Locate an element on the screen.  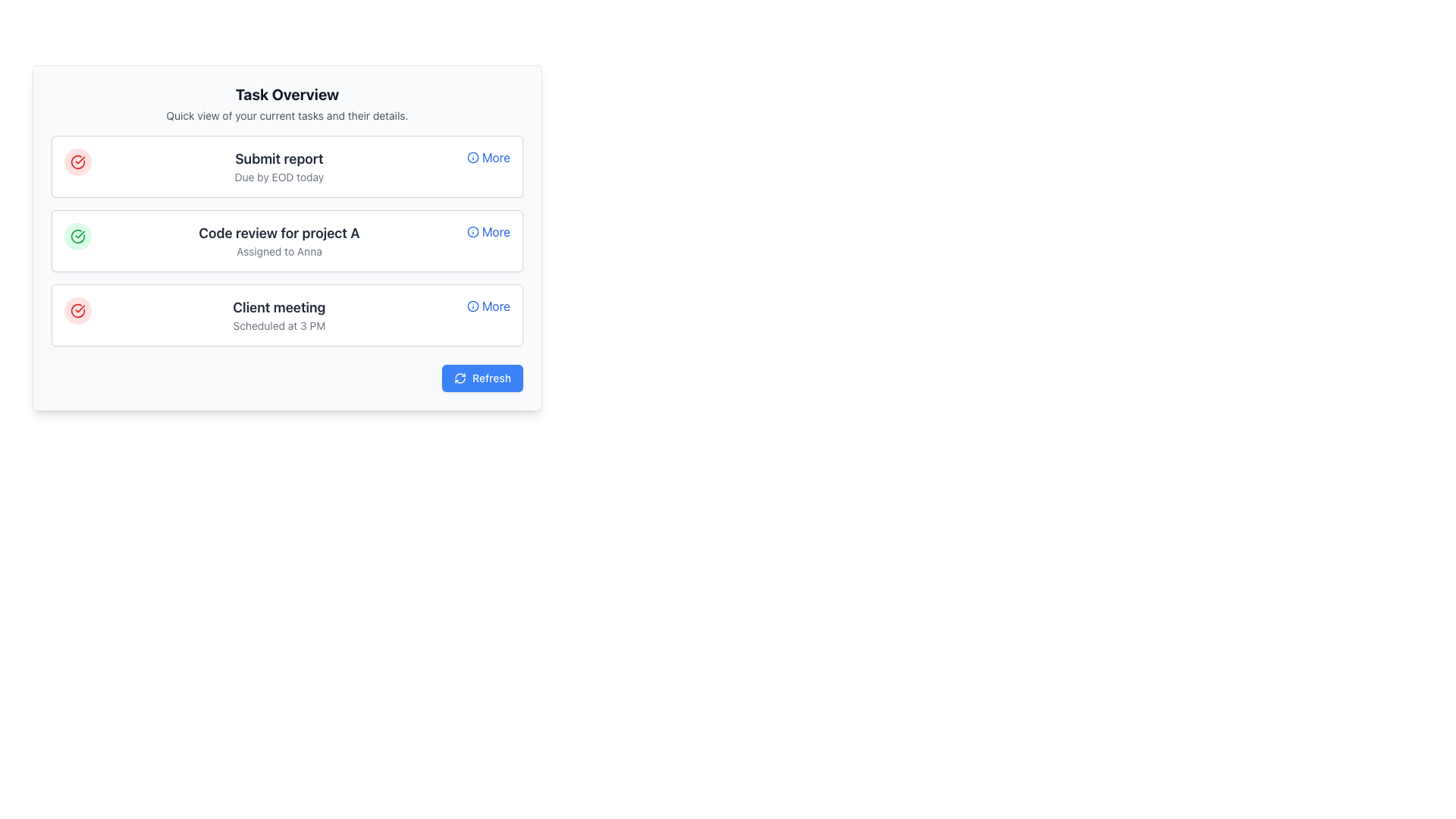
the static text element that displays the task title 'Code review for project A' located in the second card-like section below the heading 'Task Overview' is located at coordinates (279, 234).